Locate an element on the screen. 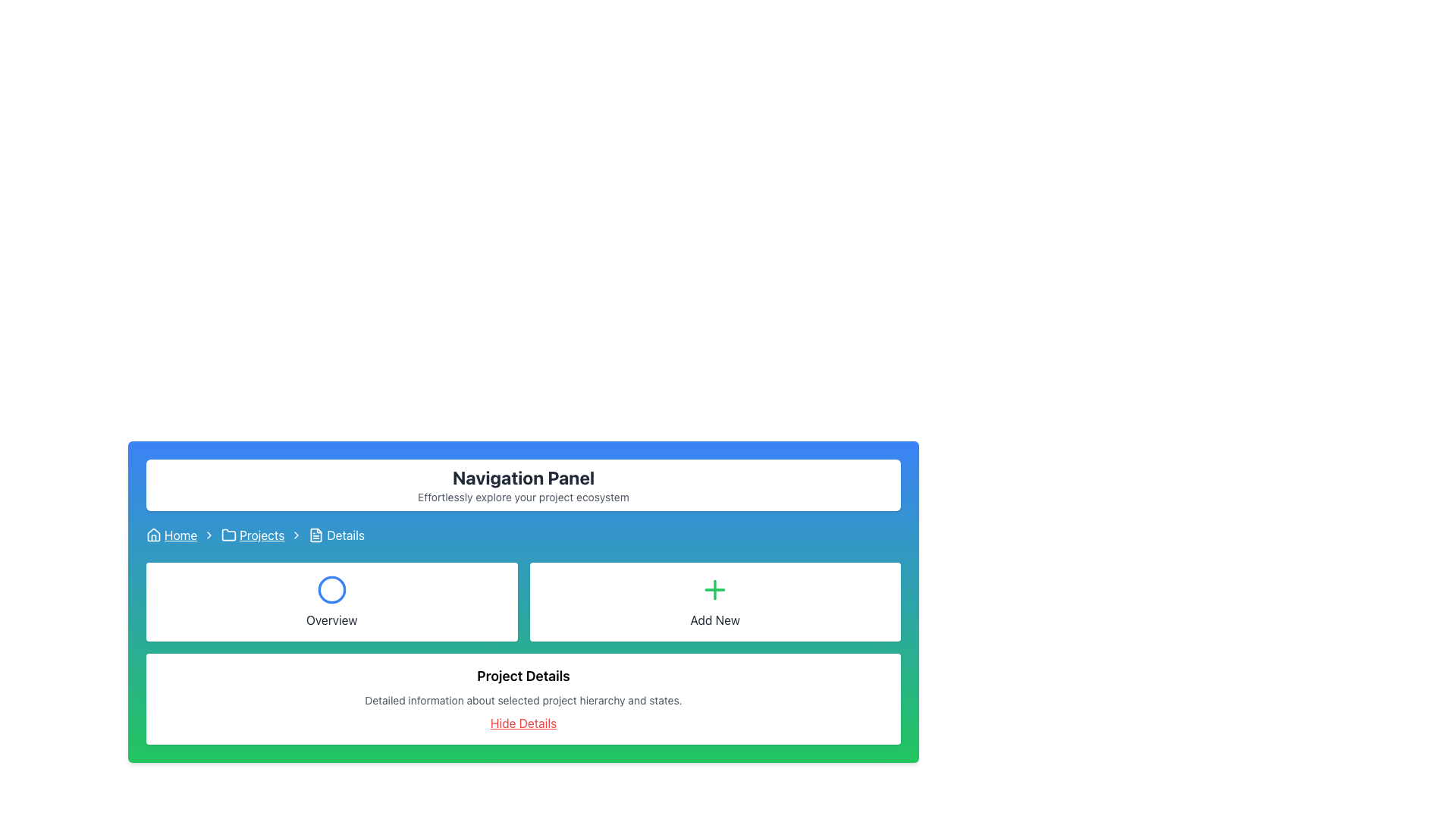 The image size is (1456, 819). the 'Projects' folder icon located in the breadcrumb navigation bar, positioned between the 'Home' and 'Projects' text labels is located at coordinates (228, 534).